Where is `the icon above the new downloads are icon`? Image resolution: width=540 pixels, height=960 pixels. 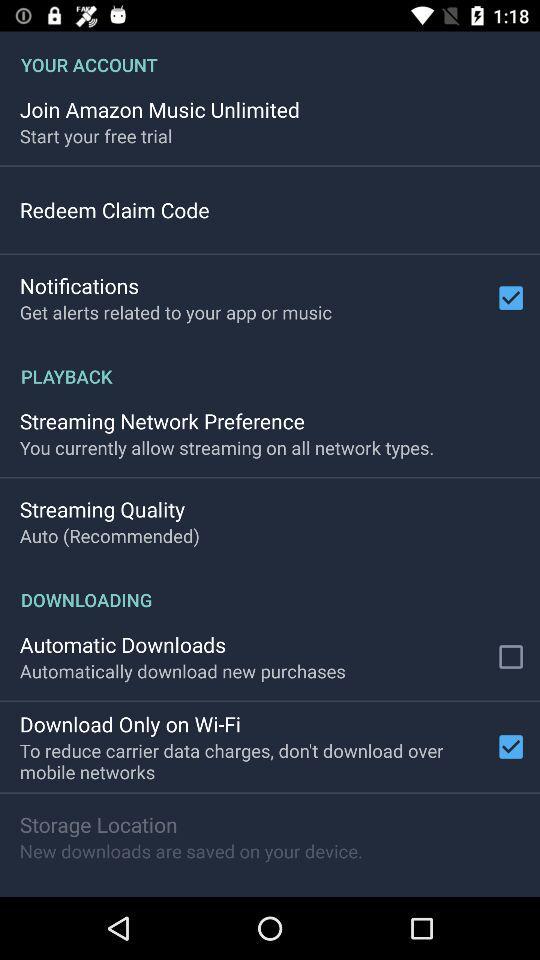 the icon above the new downloads are icon is located at coordinates (97, 824).